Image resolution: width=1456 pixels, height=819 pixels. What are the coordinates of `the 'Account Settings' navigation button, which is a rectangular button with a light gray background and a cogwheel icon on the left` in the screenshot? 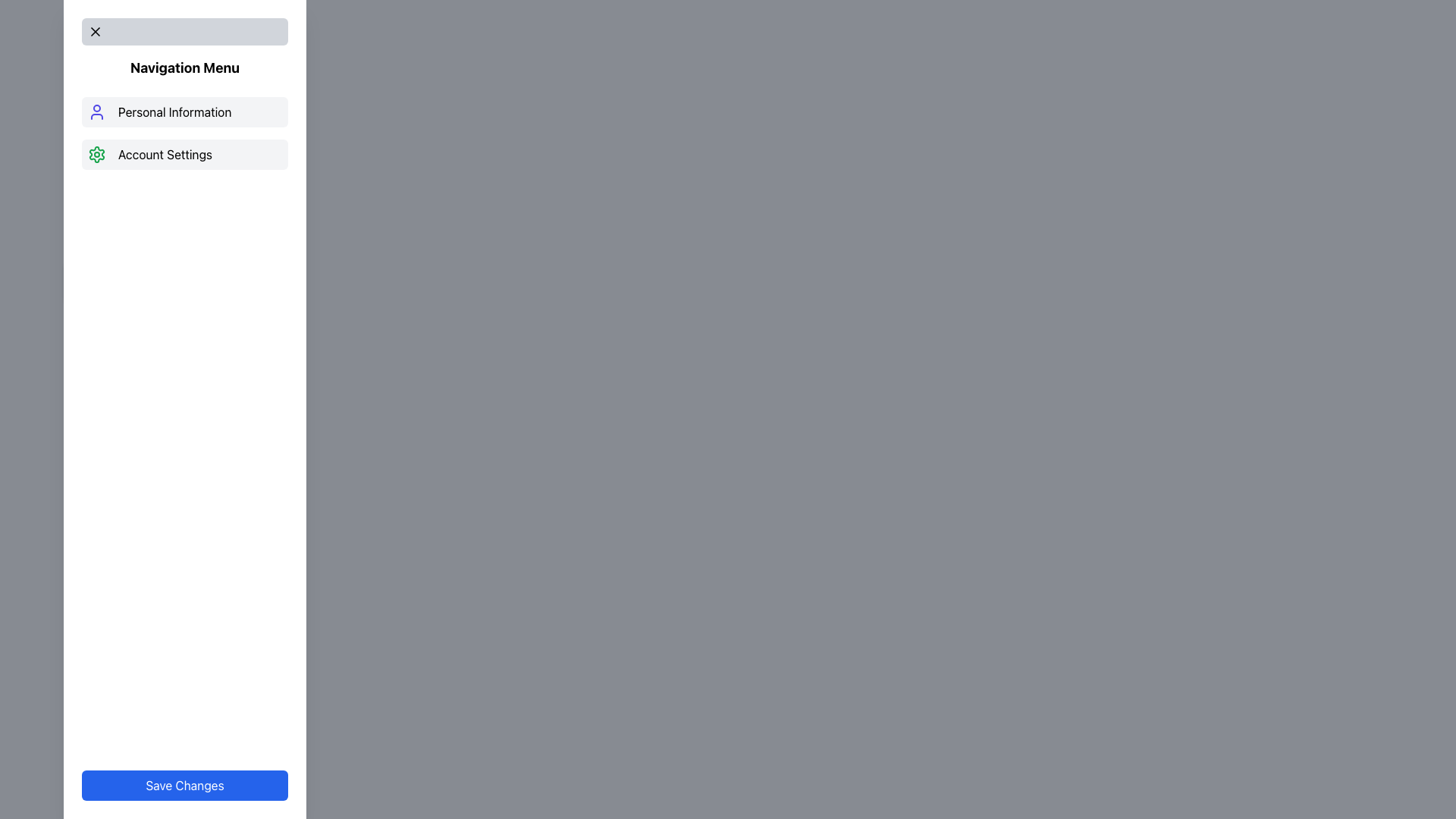 It's located at (184, 155).